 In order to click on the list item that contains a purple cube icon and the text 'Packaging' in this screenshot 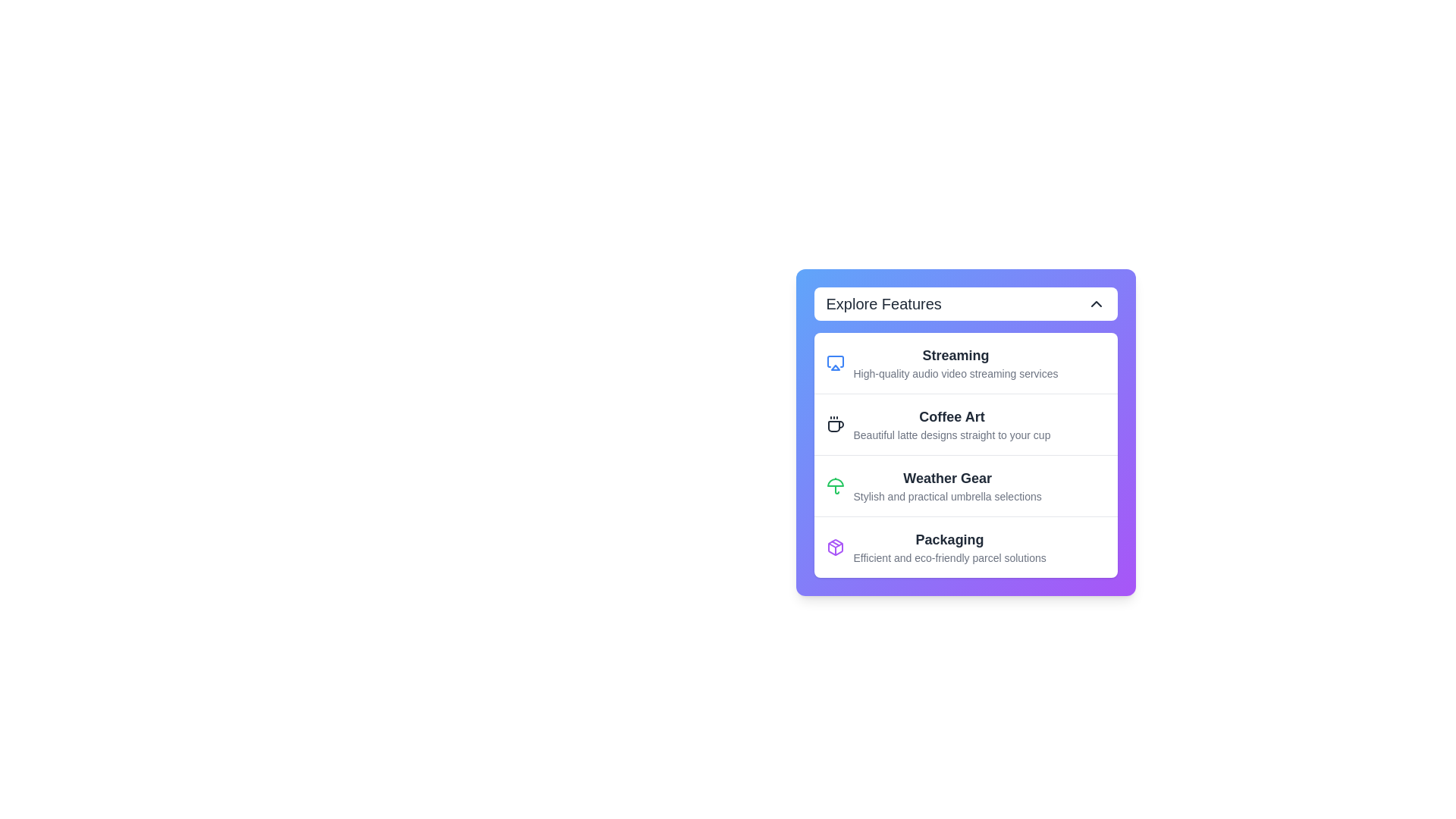, I will do `click(965, 547)`.